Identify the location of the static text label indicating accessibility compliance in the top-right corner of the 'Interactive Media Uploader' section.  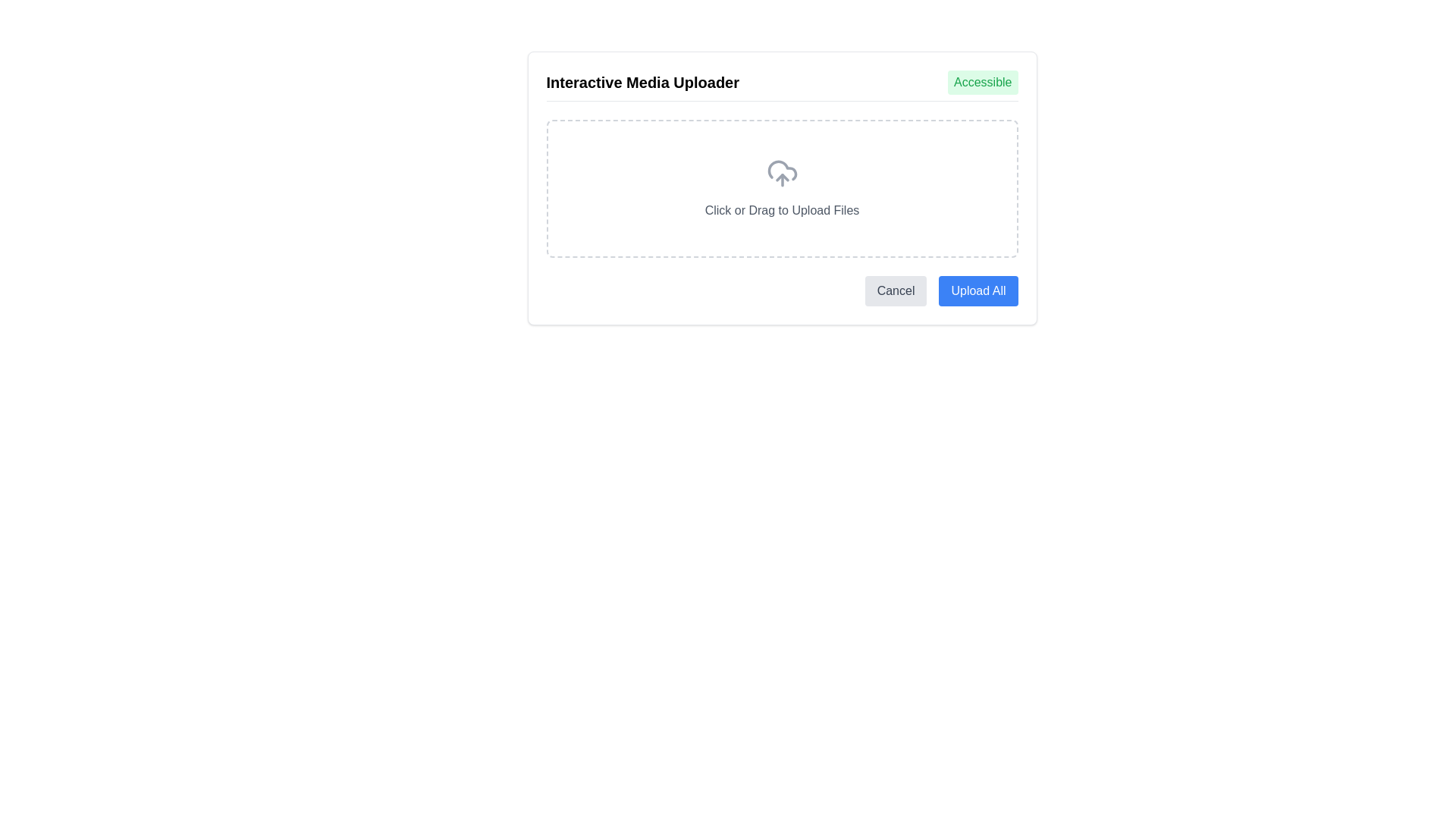
(983, 82).